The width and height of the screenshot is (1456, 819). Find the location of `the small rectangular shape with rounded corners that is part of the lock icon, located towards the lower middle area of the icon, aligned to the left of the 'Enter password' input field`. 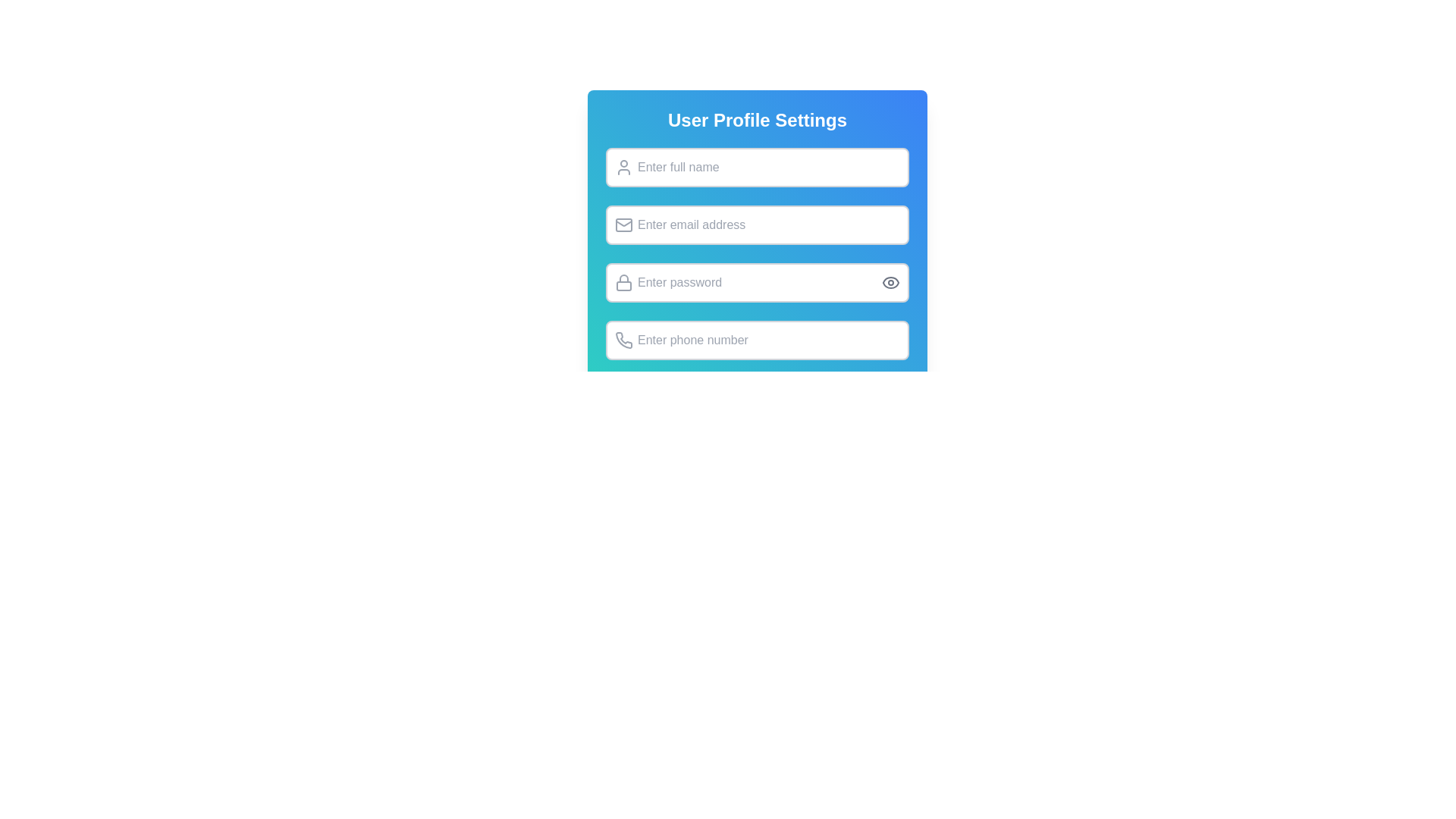

the small rectangular shape with rounded corners that is part of the lock icon, located towards the lower middle area of the icon, aligned to the left of the 'Enter password' input field is located at coordinates (623, 286).